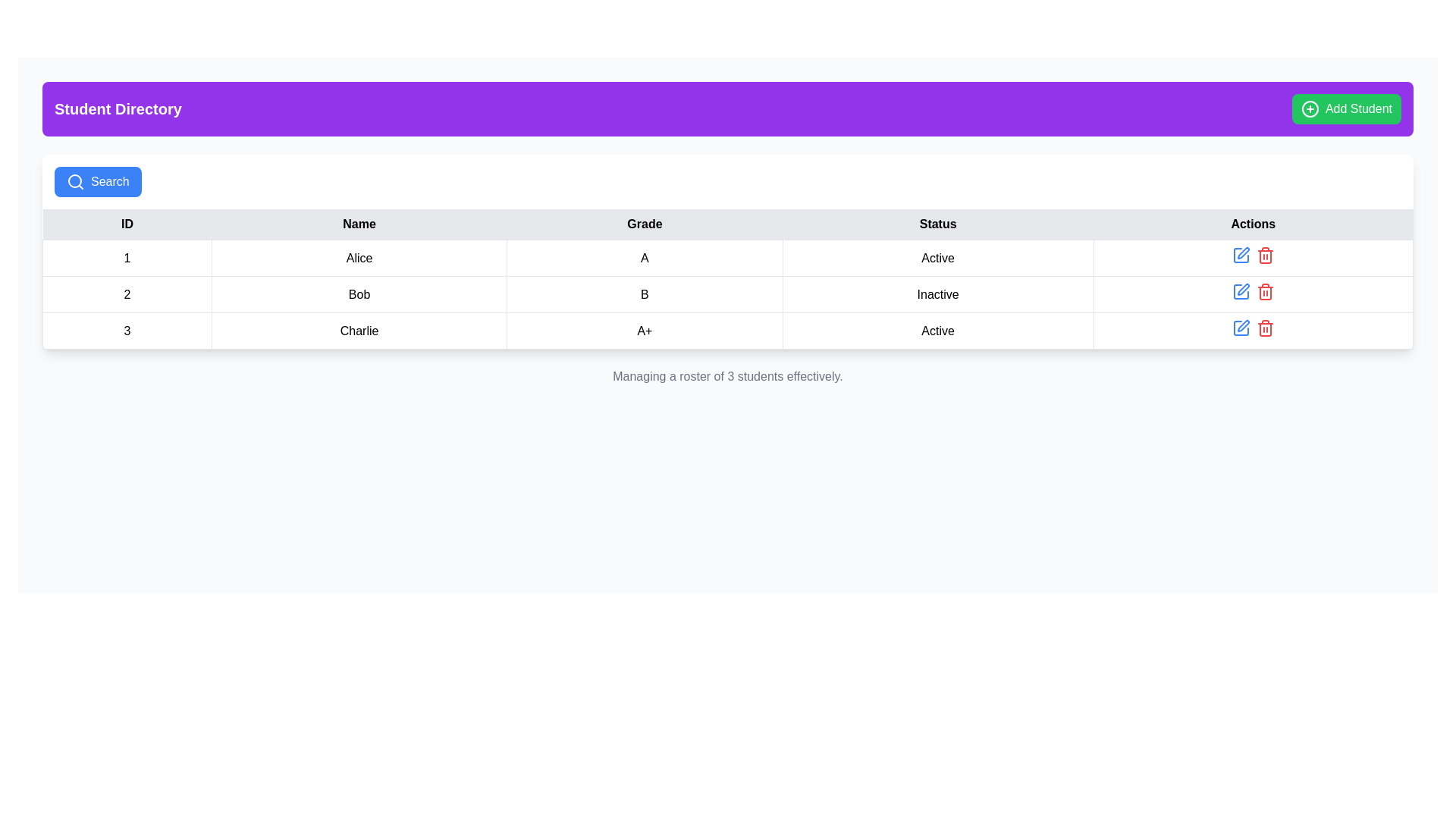 Image resolution: width=1456 pixels, height=819 pixels. What do you see at coordinates (75, 180) in the screenshot?
I see `the magnifying glass icon representing the 'Search' functionality, located on the left side of the blue 'Search' button at the top-left corner of the data table` at bounding box center [75, 180].